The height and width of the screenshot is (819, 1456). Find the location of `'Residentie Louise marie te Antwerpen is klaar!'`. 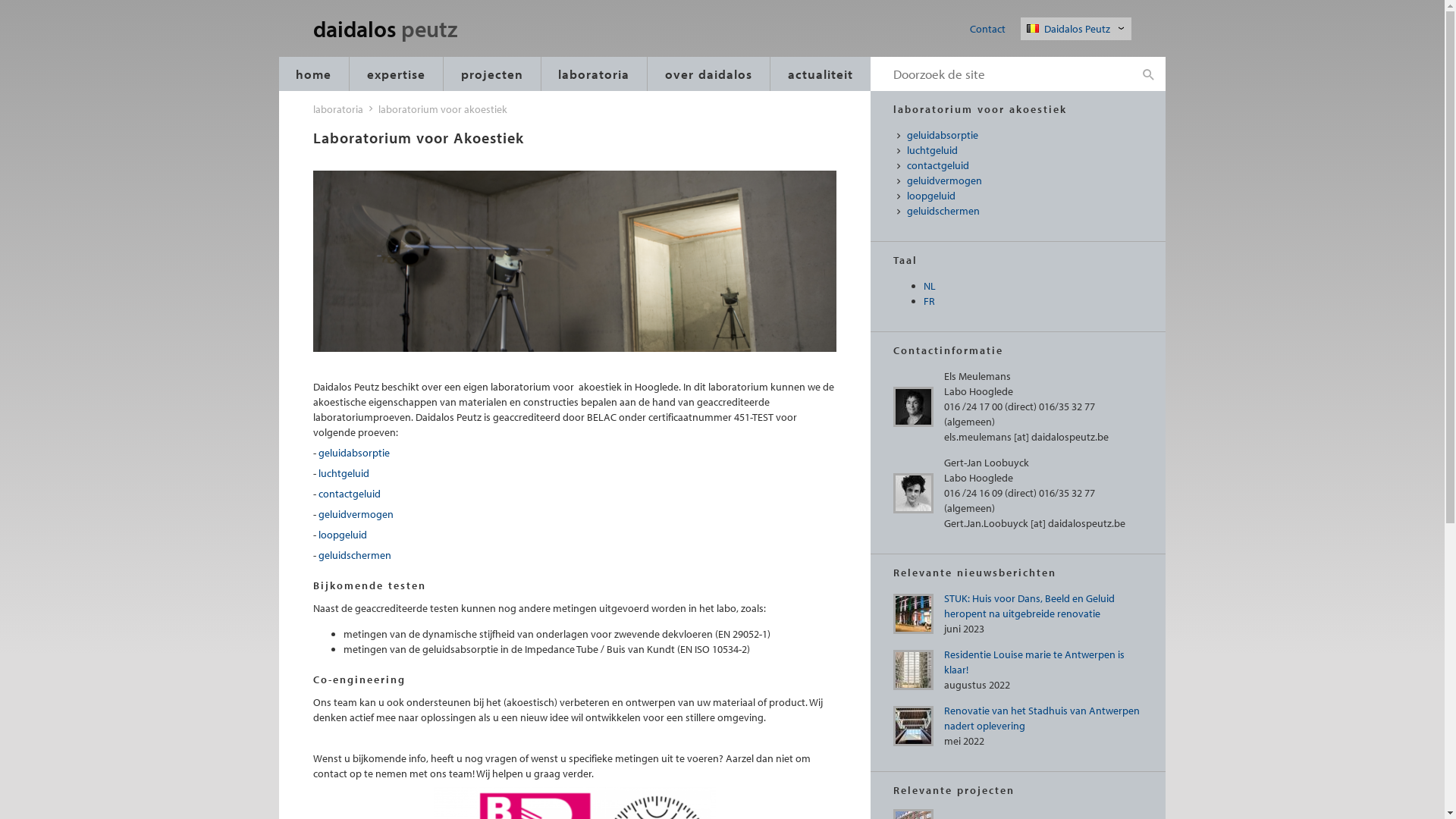

'Residentie Louise marie te Antwerpen is klaar!' is located at coordinates (1033, 661).